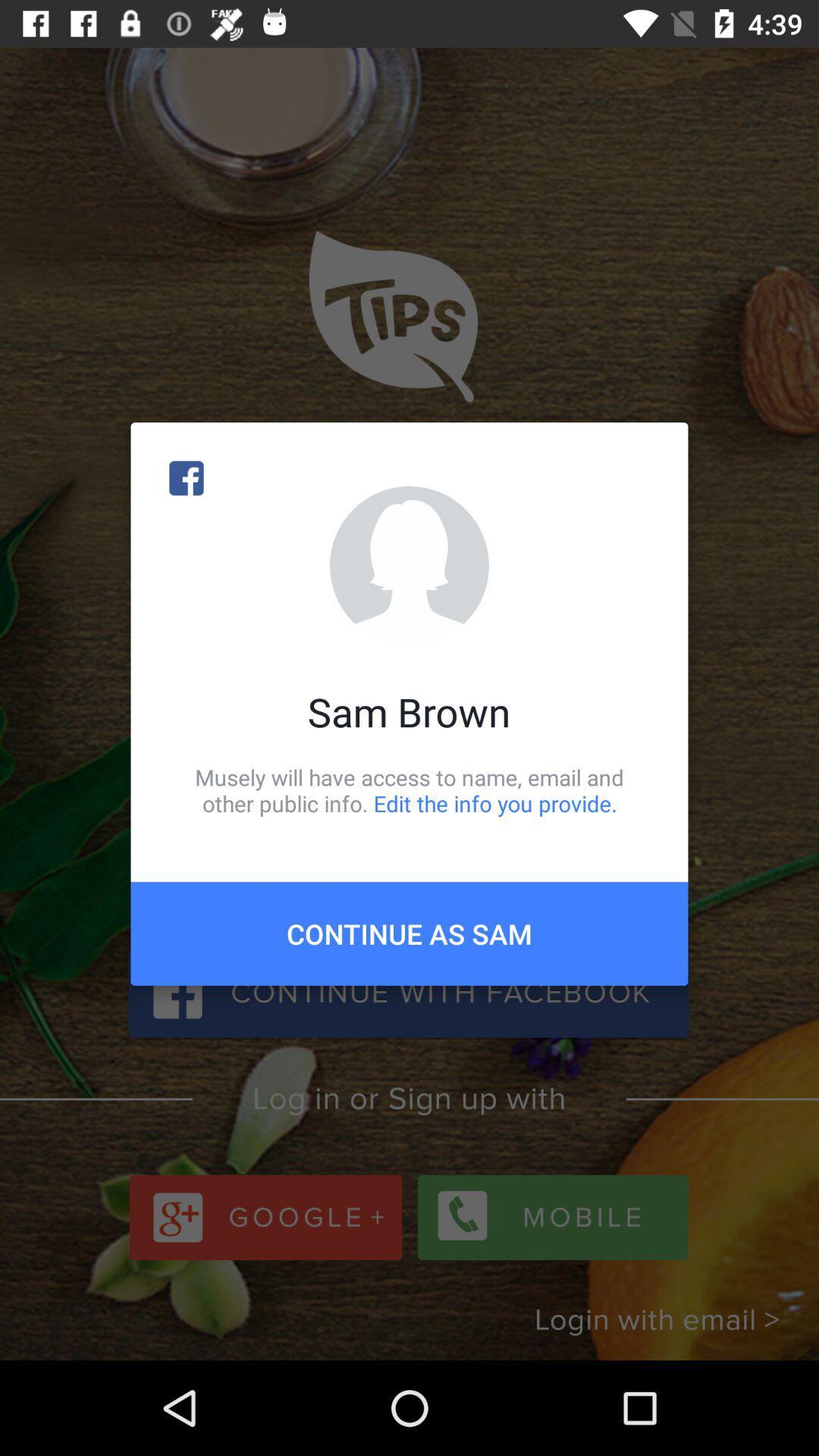 The image size is (819, 1456). Describe the element at coordinates (409, 933) in the screenshot. I see `continue as sam item` at that location.